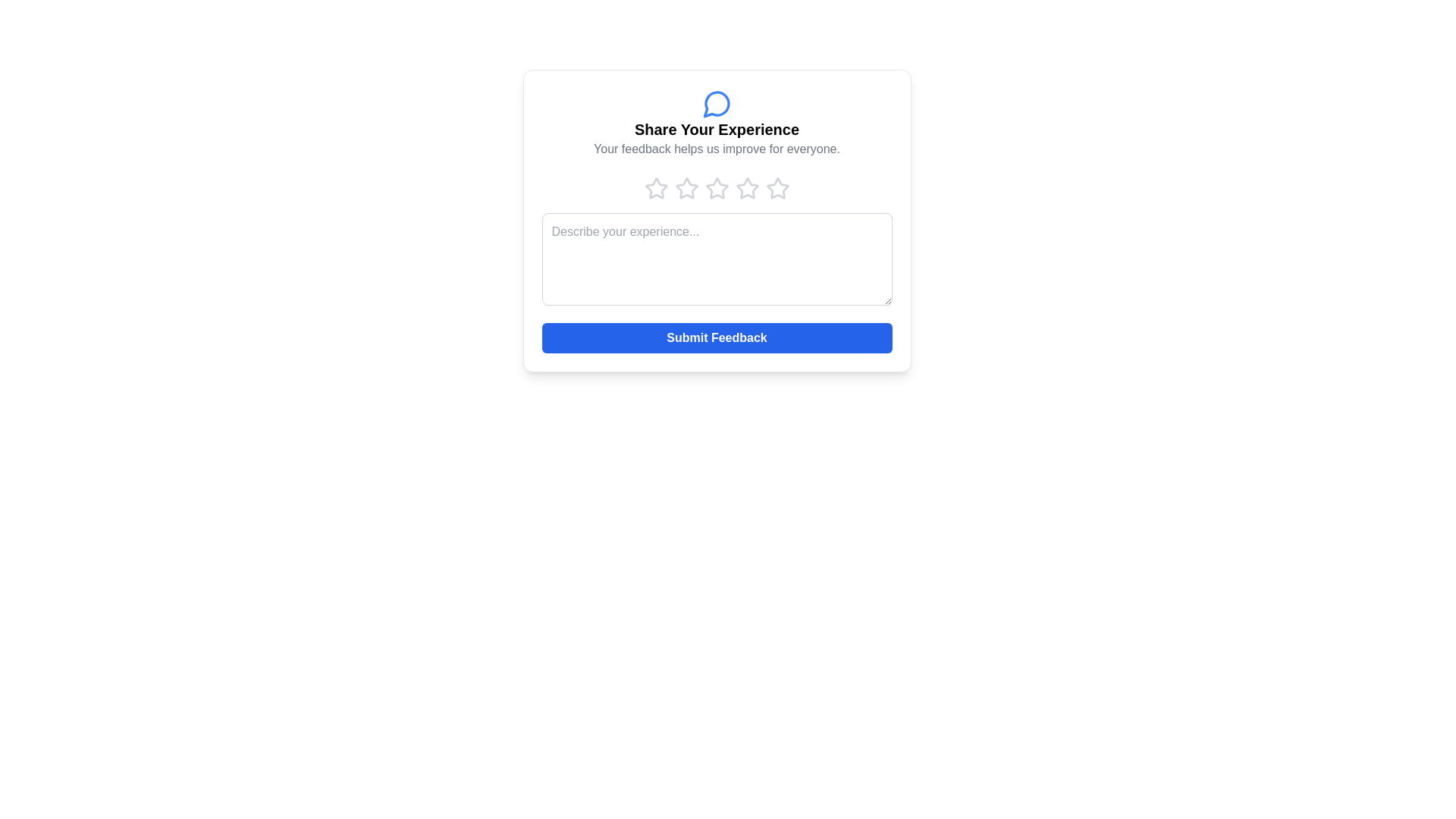  What do you see at coordinates (686, 188) in the screenshot?
I see `the third star-shaped icon with a gray outline in the feedback section` at bounding box center [686, 188].